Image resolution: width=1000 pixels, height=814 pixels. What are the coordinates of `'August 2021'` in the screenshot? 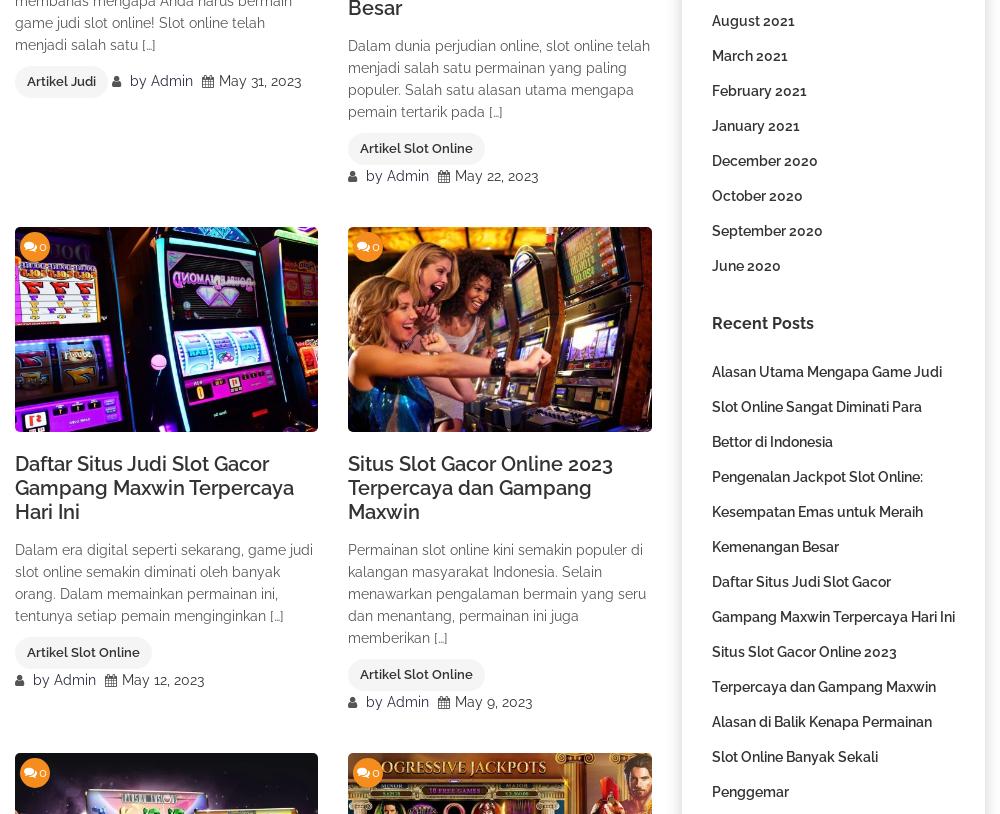 It's located at (752, 19).